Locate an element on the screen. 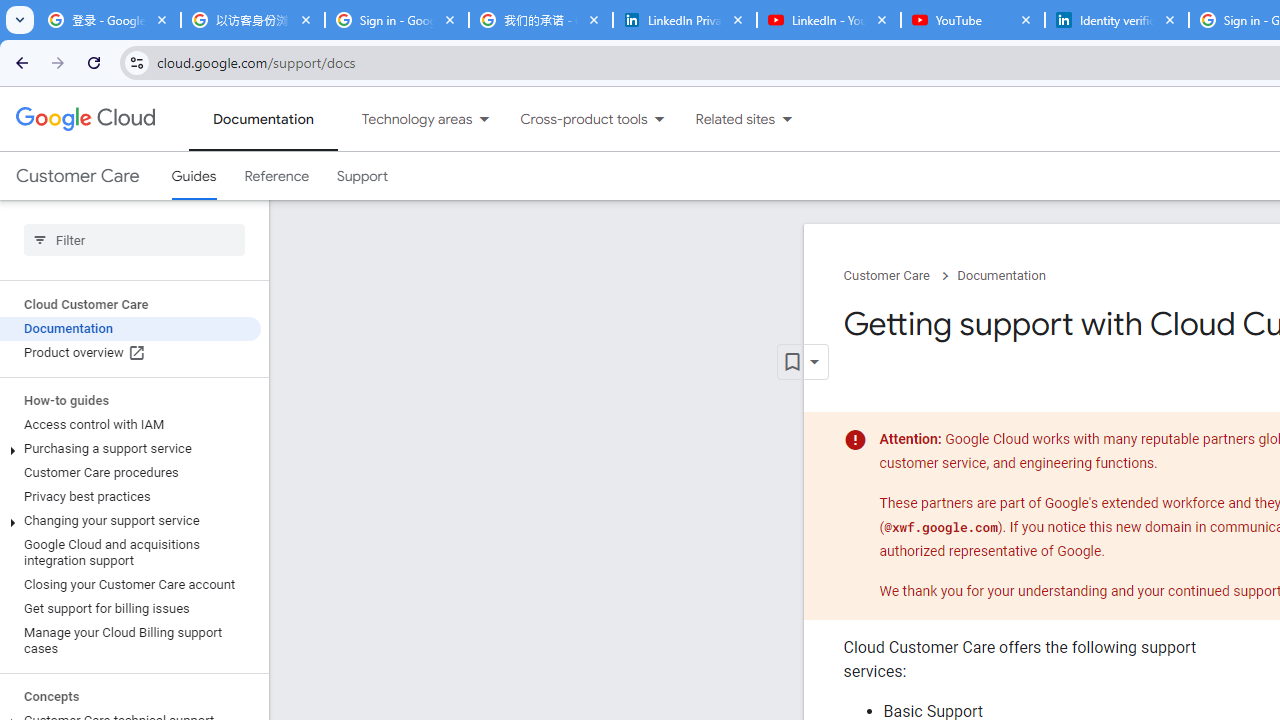 This screenshot has height=720, width=1280. 'Type to filter' is located at coordinates (133, 239).